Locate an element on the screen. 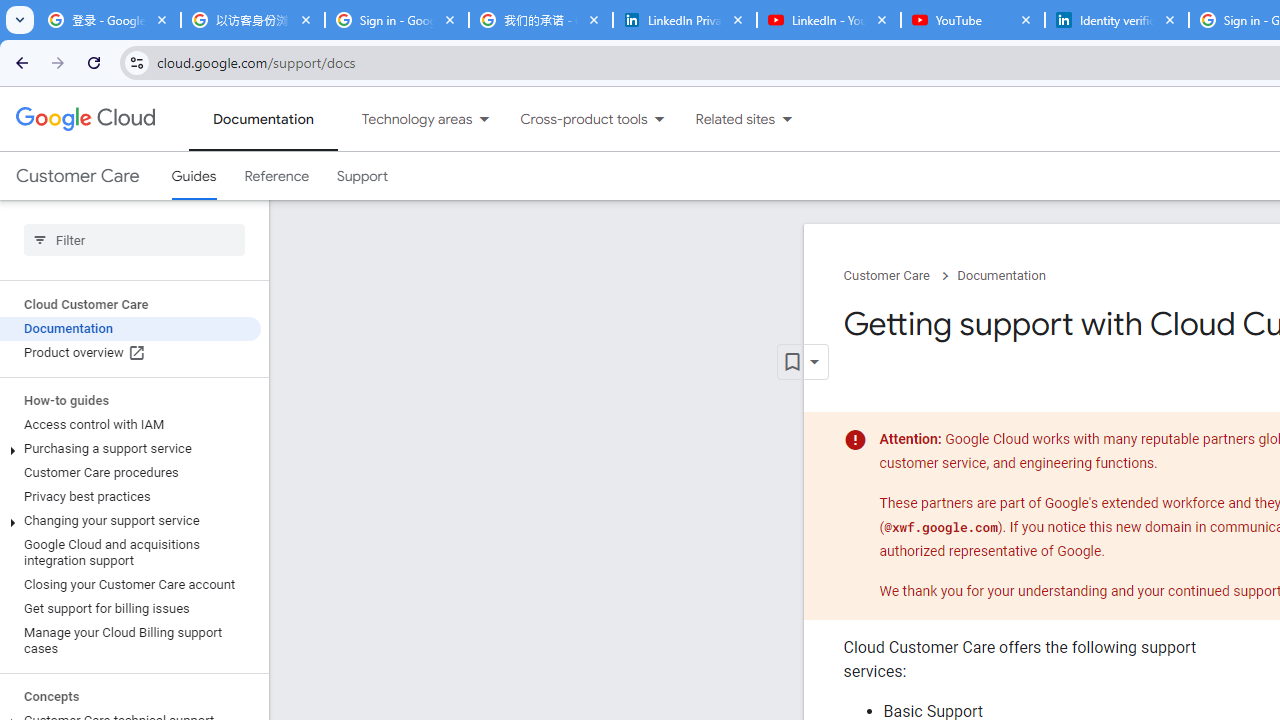 This screenshot has height=720, width=1280. 'Type to filter' is located at coordinates (133, 239).